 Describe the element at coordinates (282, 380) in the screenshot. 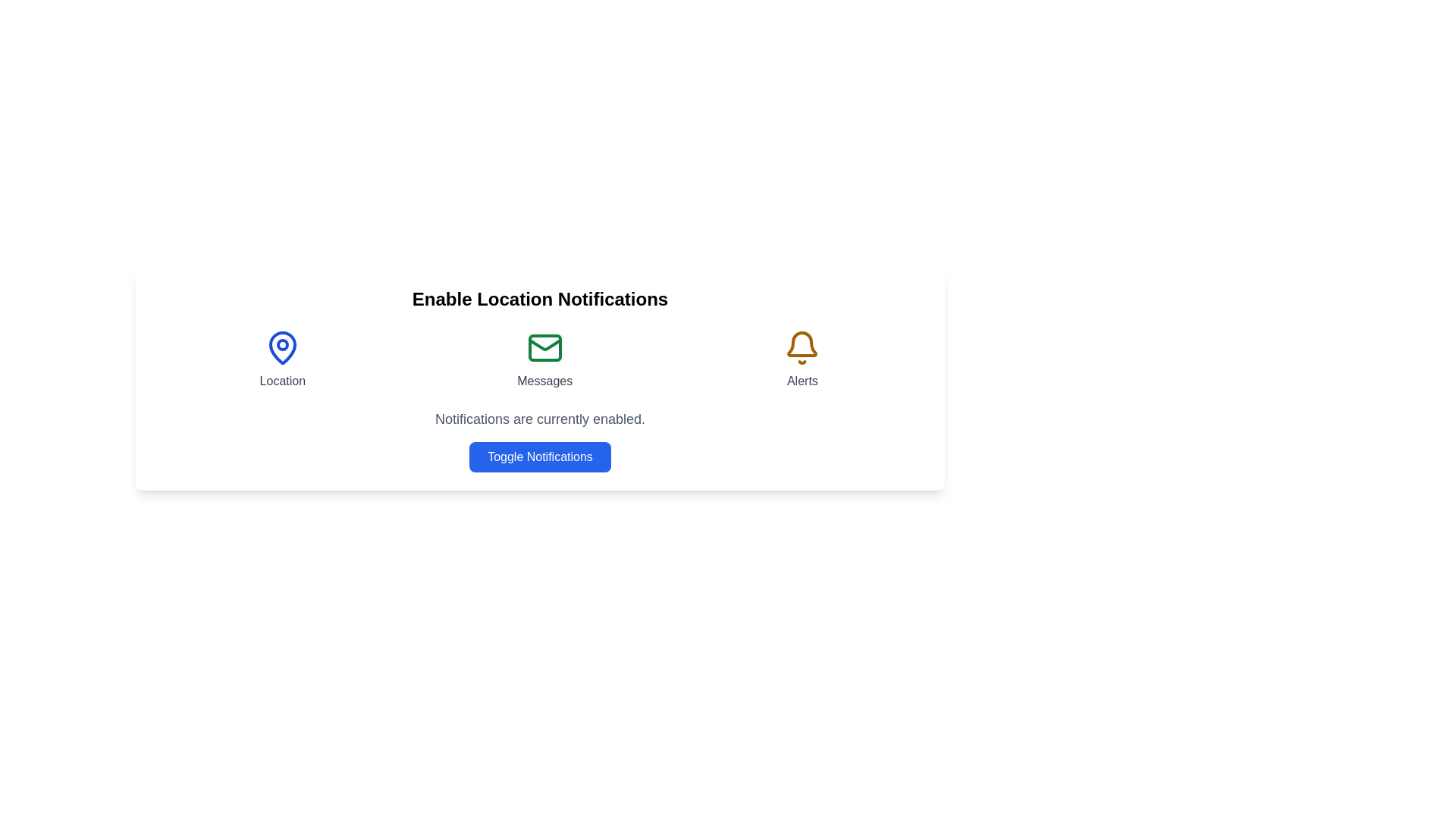

I see `the text label that categorizes the location pin icon, positioned at the center of the bottom row in the left section of the interface` at that location.